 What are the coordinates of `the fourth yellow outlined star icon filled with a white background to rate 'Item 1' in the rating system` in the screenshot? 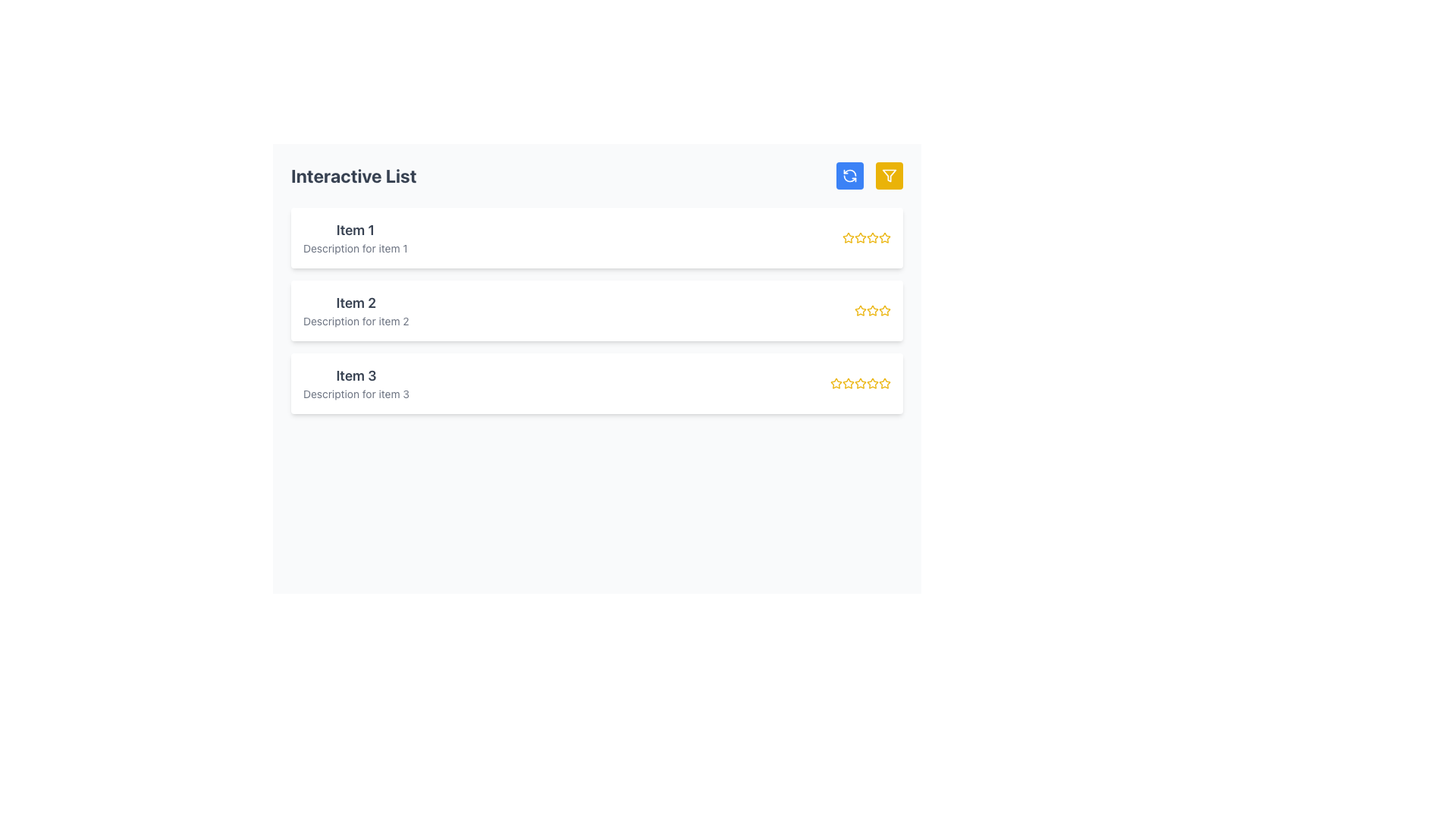 It's located at (873, 237).